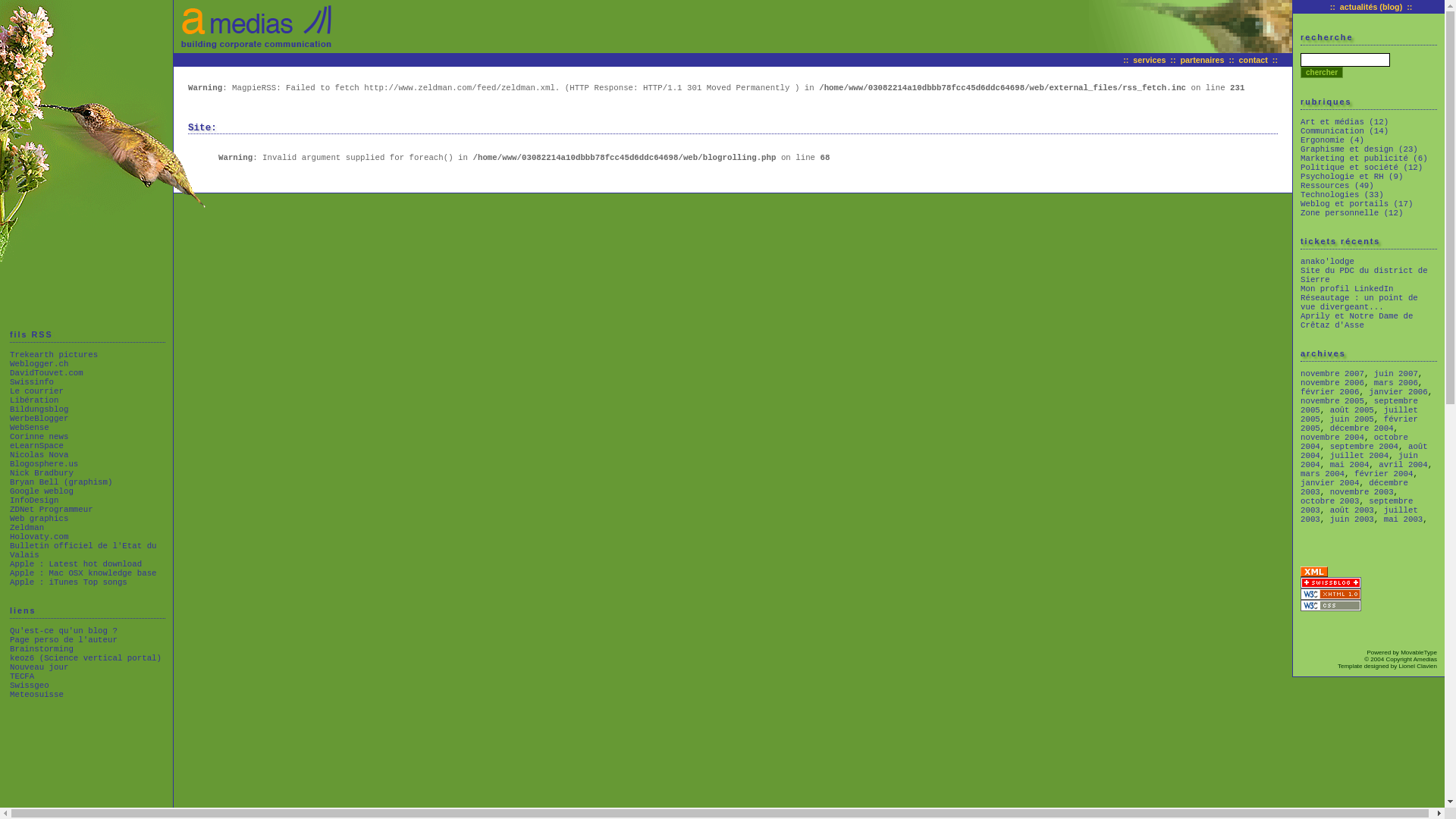 This screenshot has height=819, width=1456. What do you see at coordinates (41, 648) in the screenshot?
I see `'Brainstorming'` at bounding box center [41, 648].